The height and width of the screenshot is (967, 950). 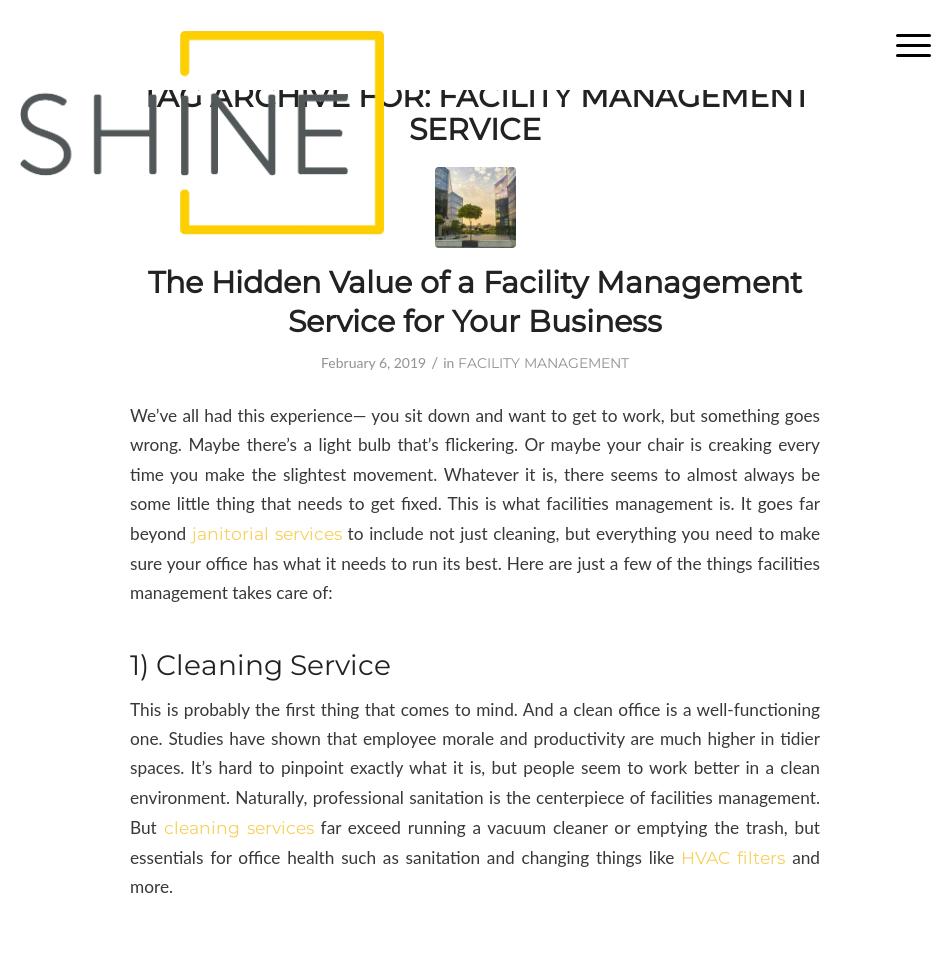 What do you see at coordinates (372, 362) in the screenshot?
I see `'February 6, 2019'` at bounding box center [372, 362].